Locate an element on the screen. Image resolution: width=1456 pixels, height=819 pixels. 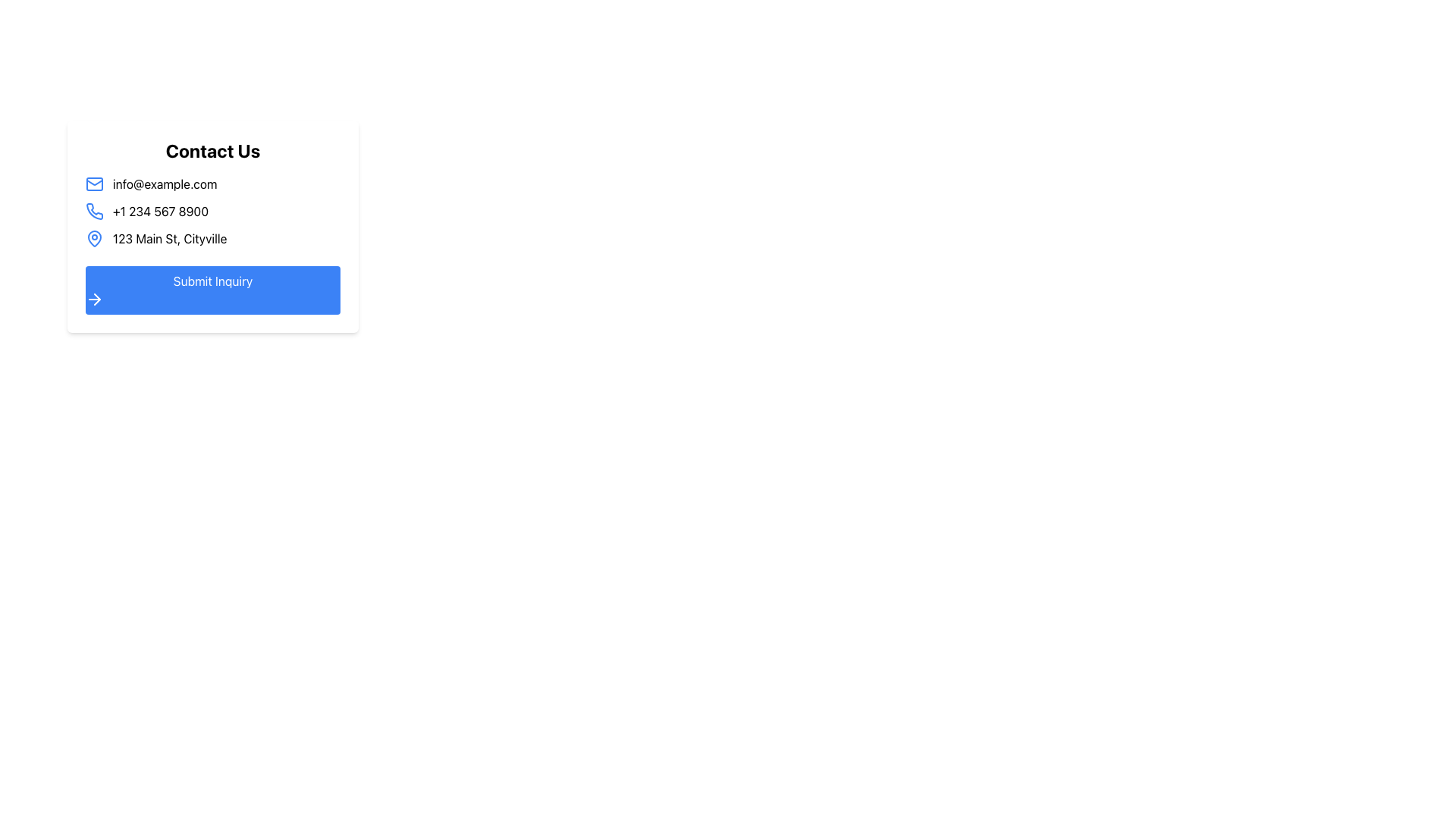
the text element providing the contact email address located is located at coordinates (212, 184).